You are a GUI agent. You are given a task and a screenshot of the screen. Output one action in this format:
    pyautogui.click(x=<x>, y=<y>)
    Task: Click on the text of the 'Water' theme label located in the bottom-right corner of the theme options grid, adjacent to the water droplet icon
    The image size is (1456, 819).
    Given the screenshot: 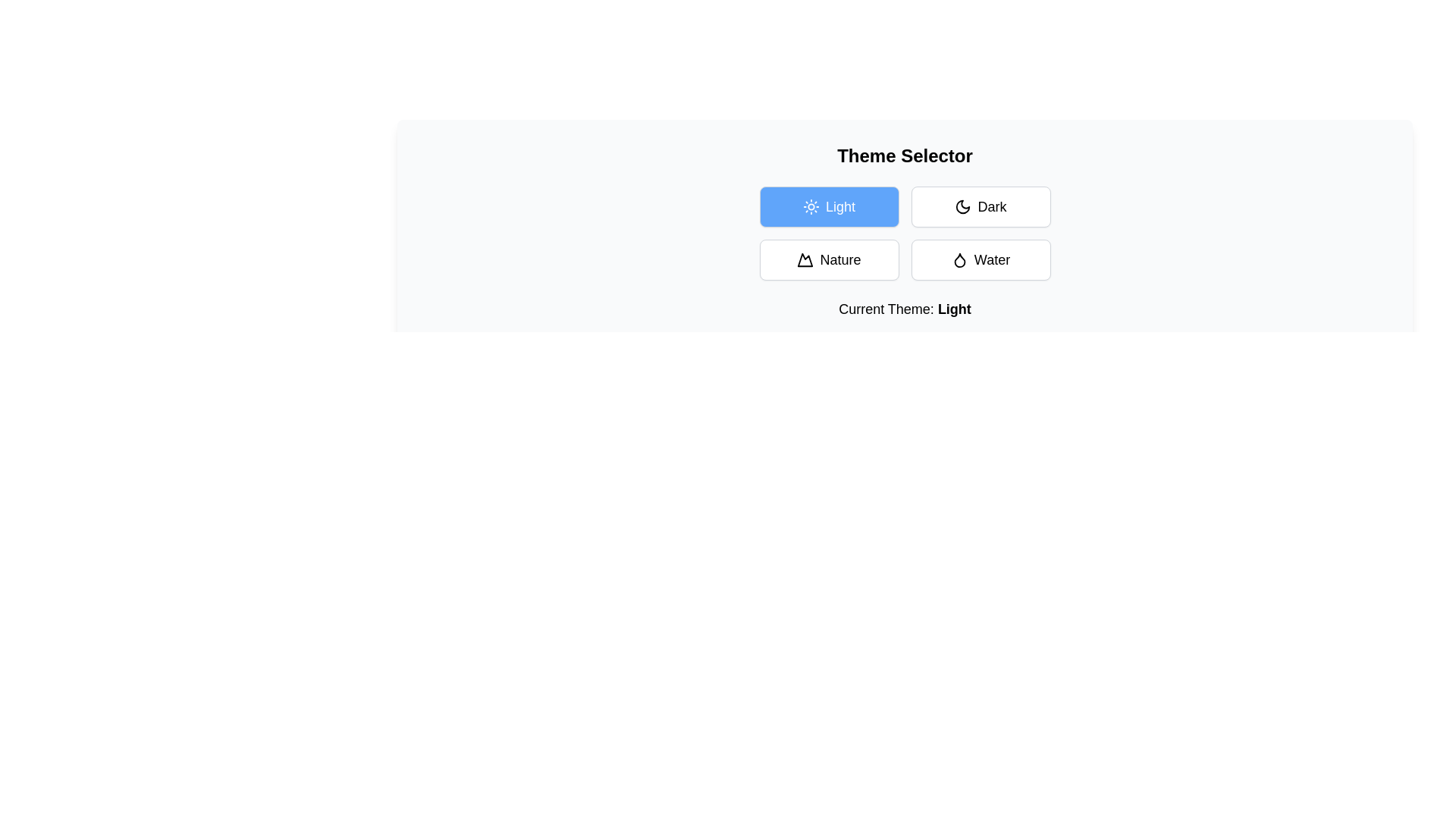 What is the action you would take?
    pyautogui.click(x=992, y=259)
    